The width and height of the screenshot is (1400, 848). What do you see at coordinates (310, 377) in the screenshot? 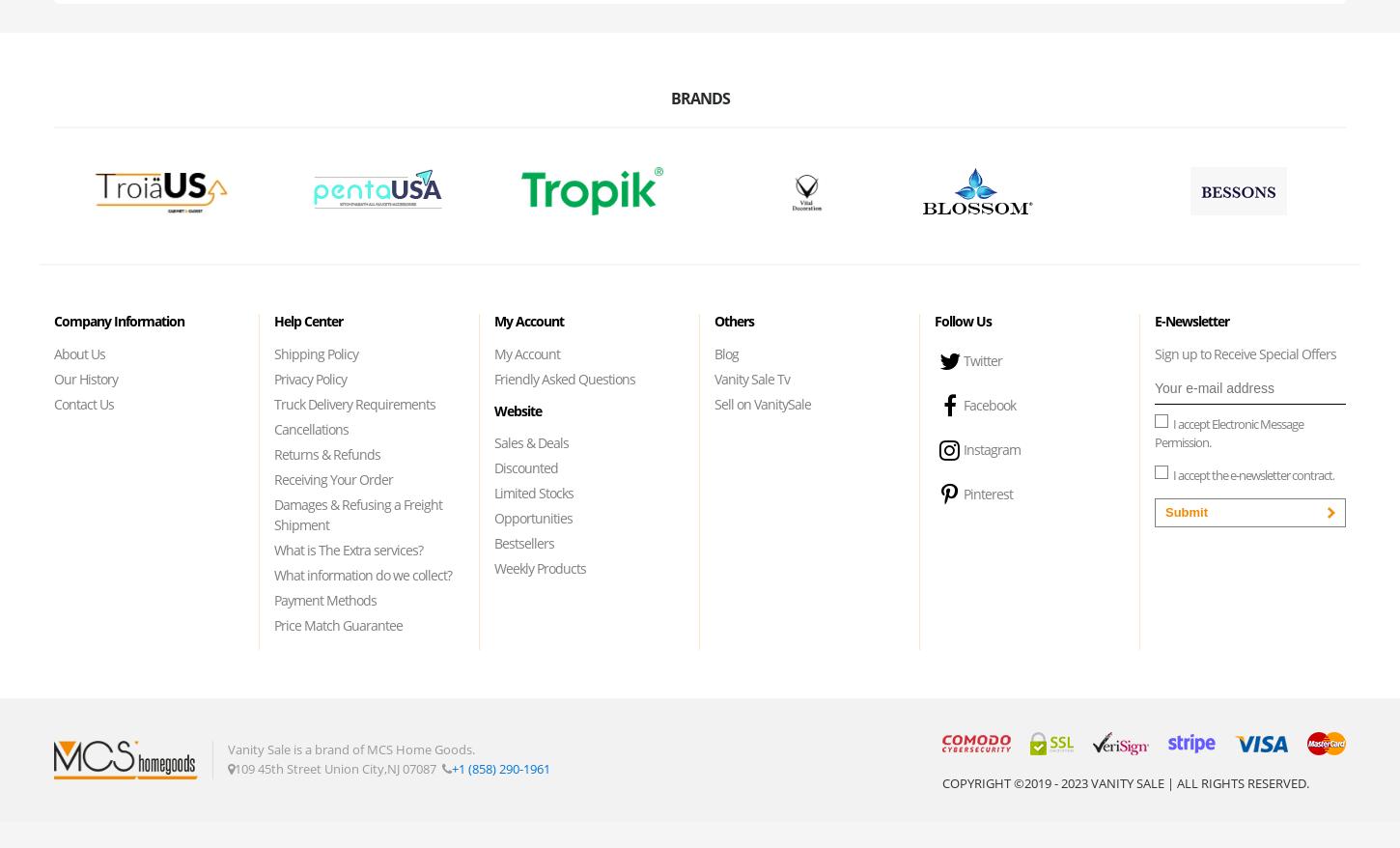
I see `'Privacy Policy'` at bounding box center [310, 377].